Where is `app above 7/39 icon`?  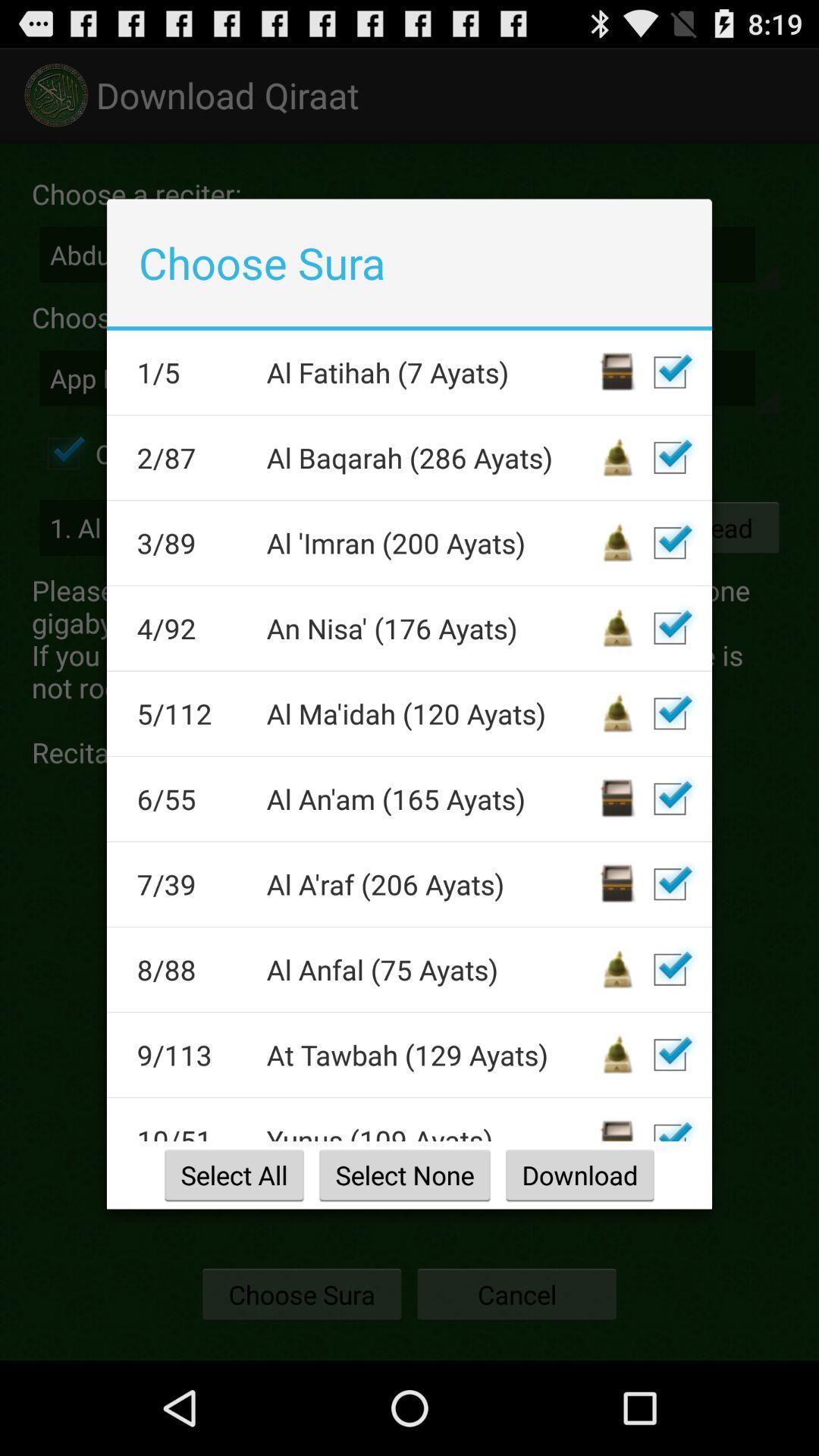
app above 7/39 icon is located at coordinates (191, 798).